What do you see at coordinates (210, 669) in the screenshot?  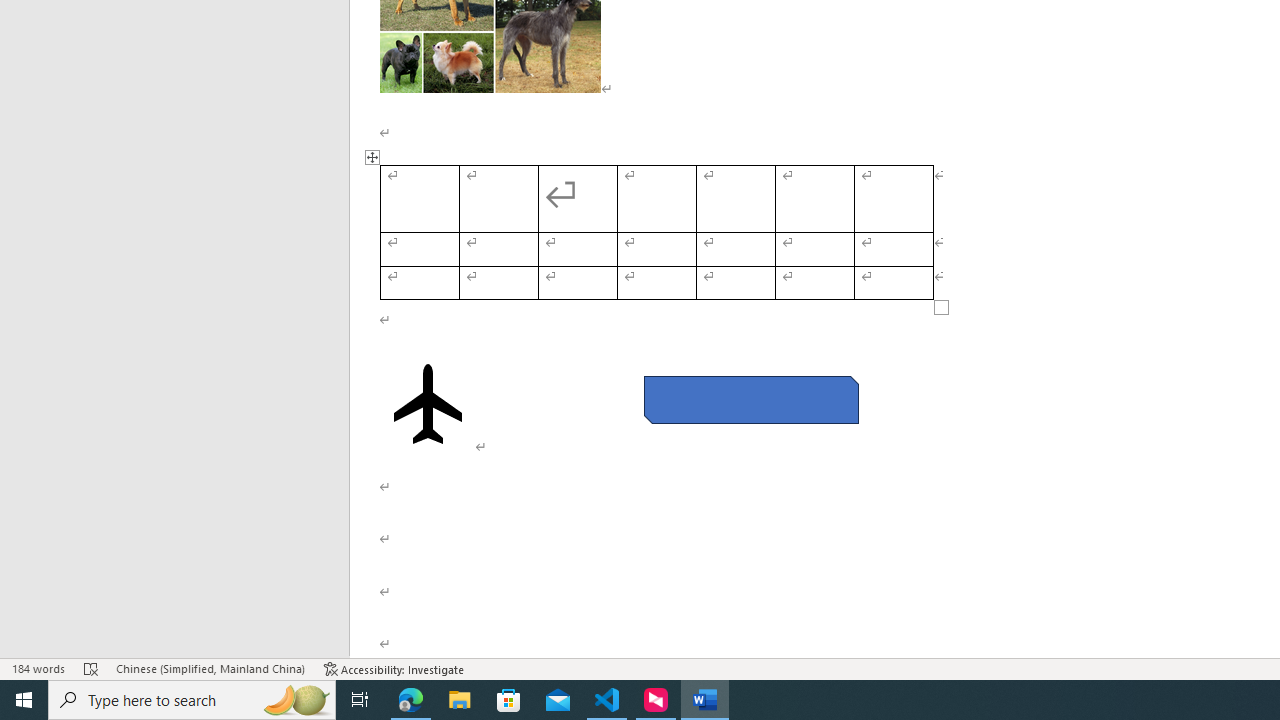 I see `'Language Chinese (Simplified, Mainland China)'` at bounding box center [210, 669].